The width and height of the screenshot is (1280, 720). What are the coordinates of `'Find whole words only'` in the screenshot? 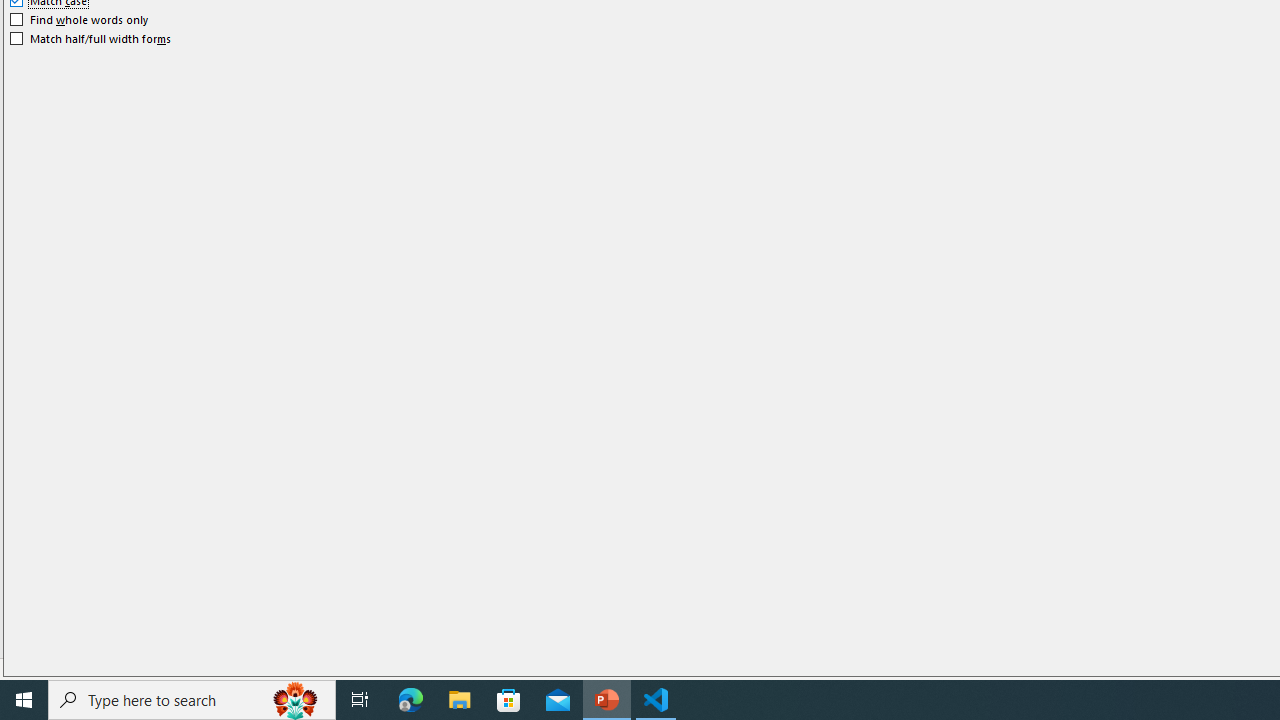 It's located at (80, 20).